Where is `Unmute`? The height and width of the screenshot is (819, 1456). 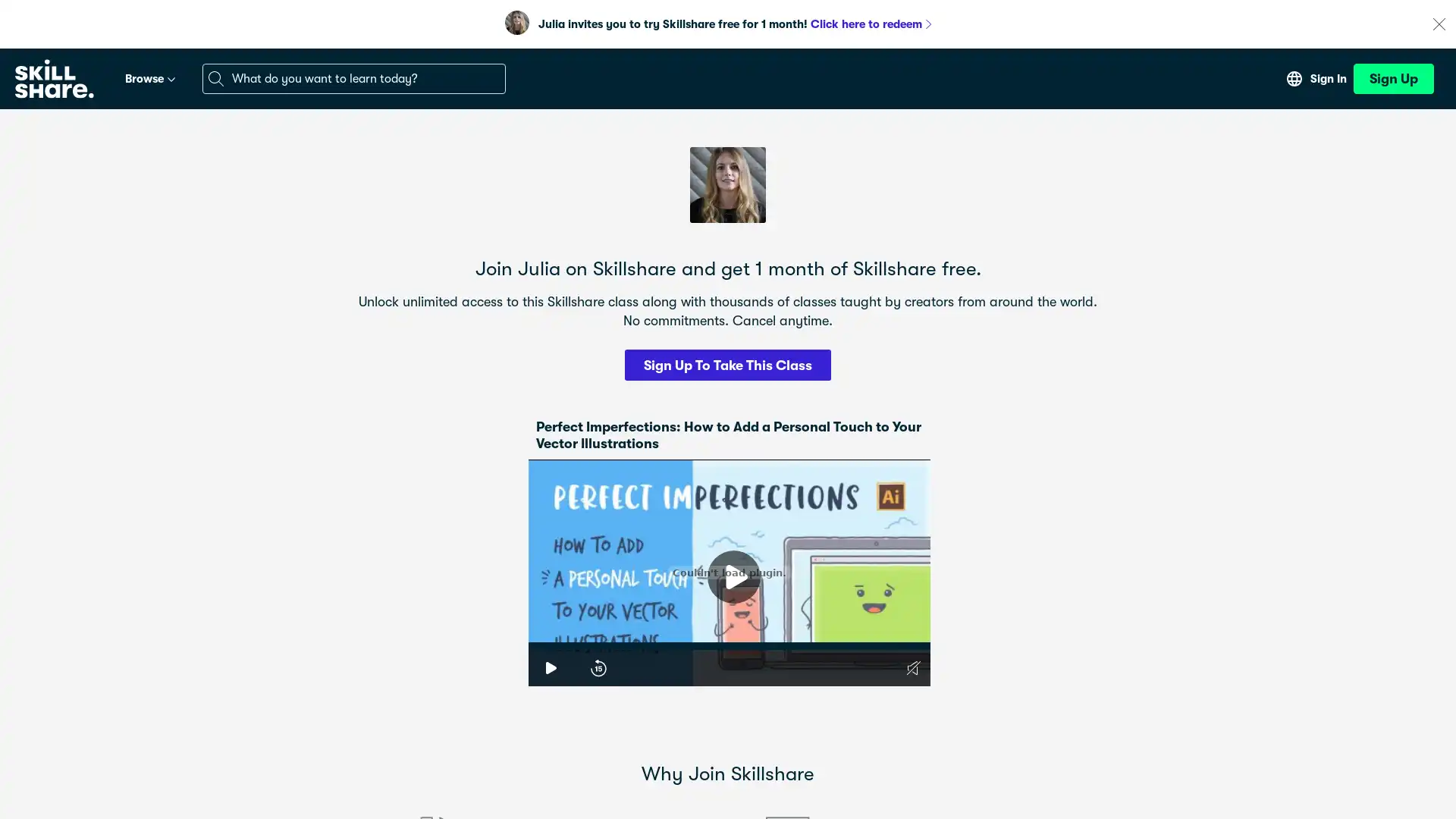
Unmute is located at coordinates (912, 666).